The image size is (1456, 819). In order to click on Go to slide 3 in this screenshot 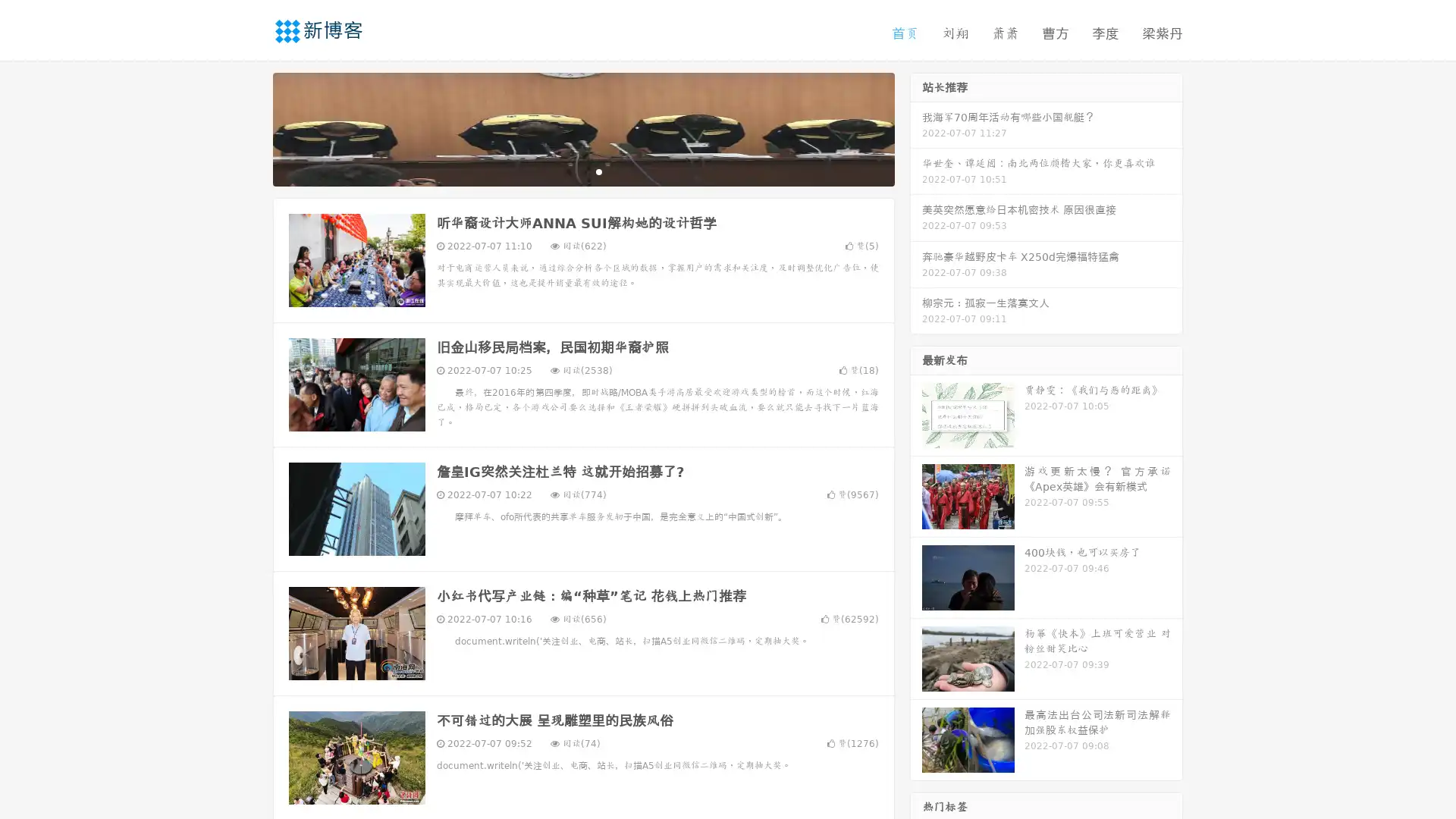, I will do `click(598, 171)`.